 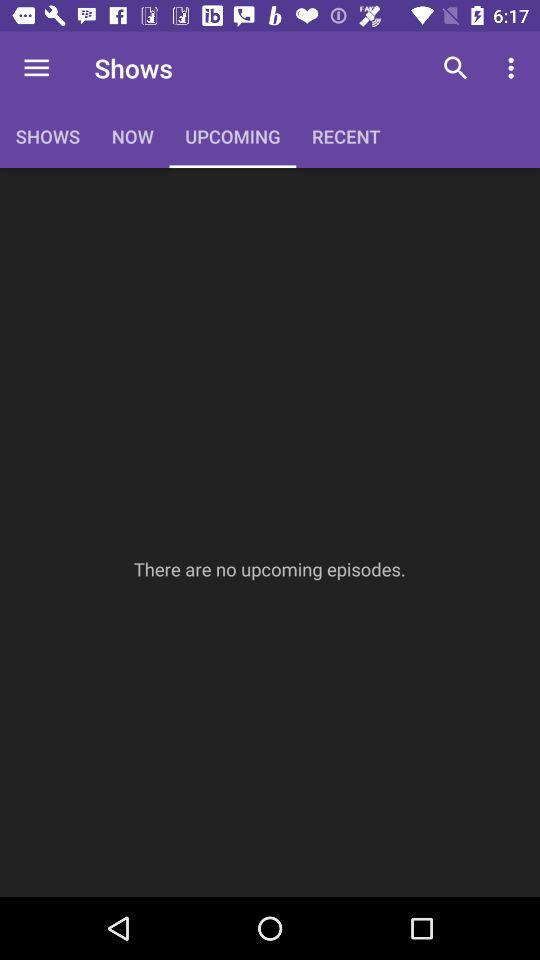 What do you see at coordinates (455, 68) in the screenshot?
I see `item next to the recent item` at bounding box center [455, 68].